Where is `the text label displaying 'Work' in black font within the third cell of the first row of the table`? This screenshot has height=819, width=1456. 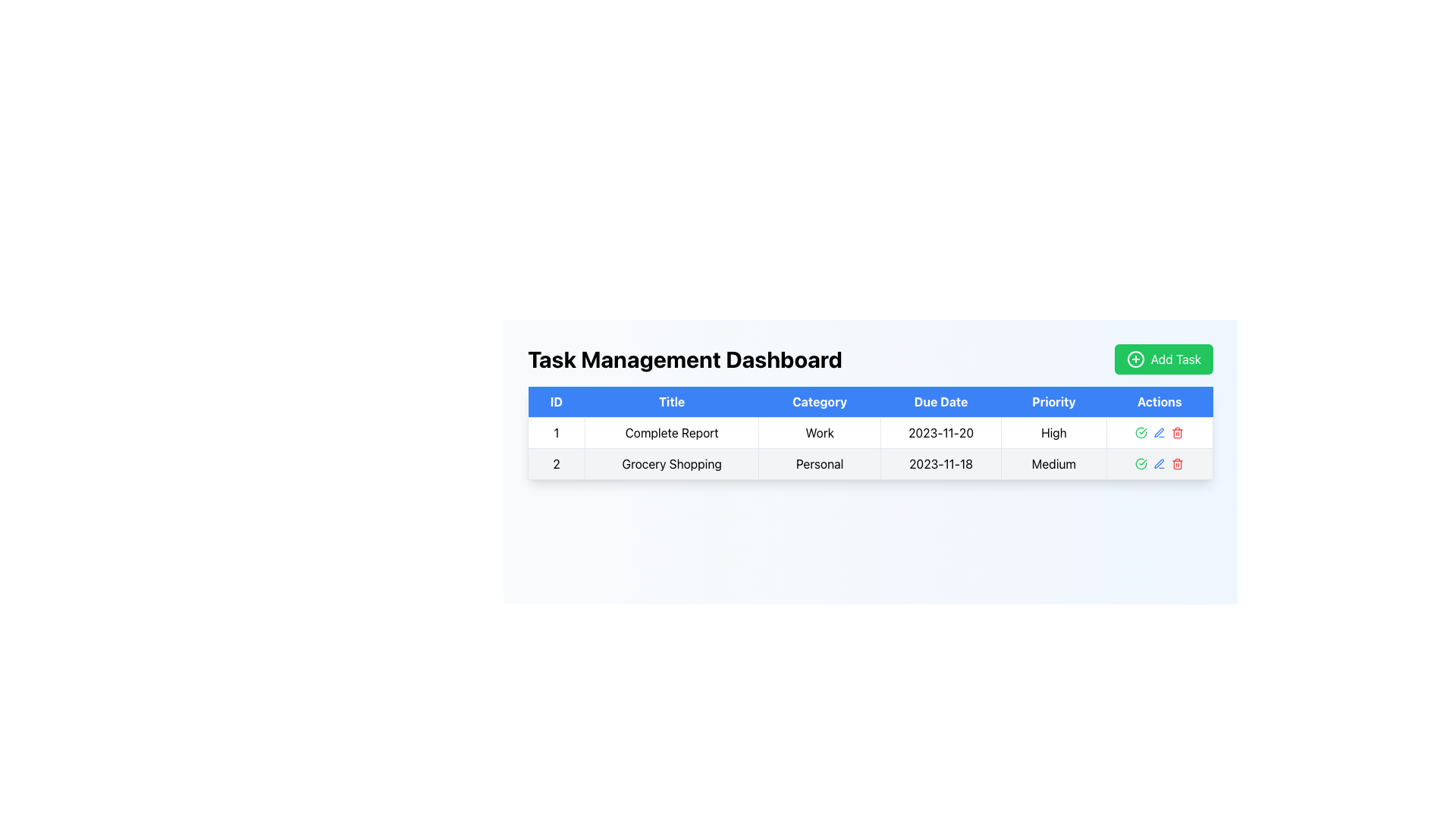 the text label displaying 'Work' in black font within the third cell of the first row of the table is located at coordinates (819, 432).